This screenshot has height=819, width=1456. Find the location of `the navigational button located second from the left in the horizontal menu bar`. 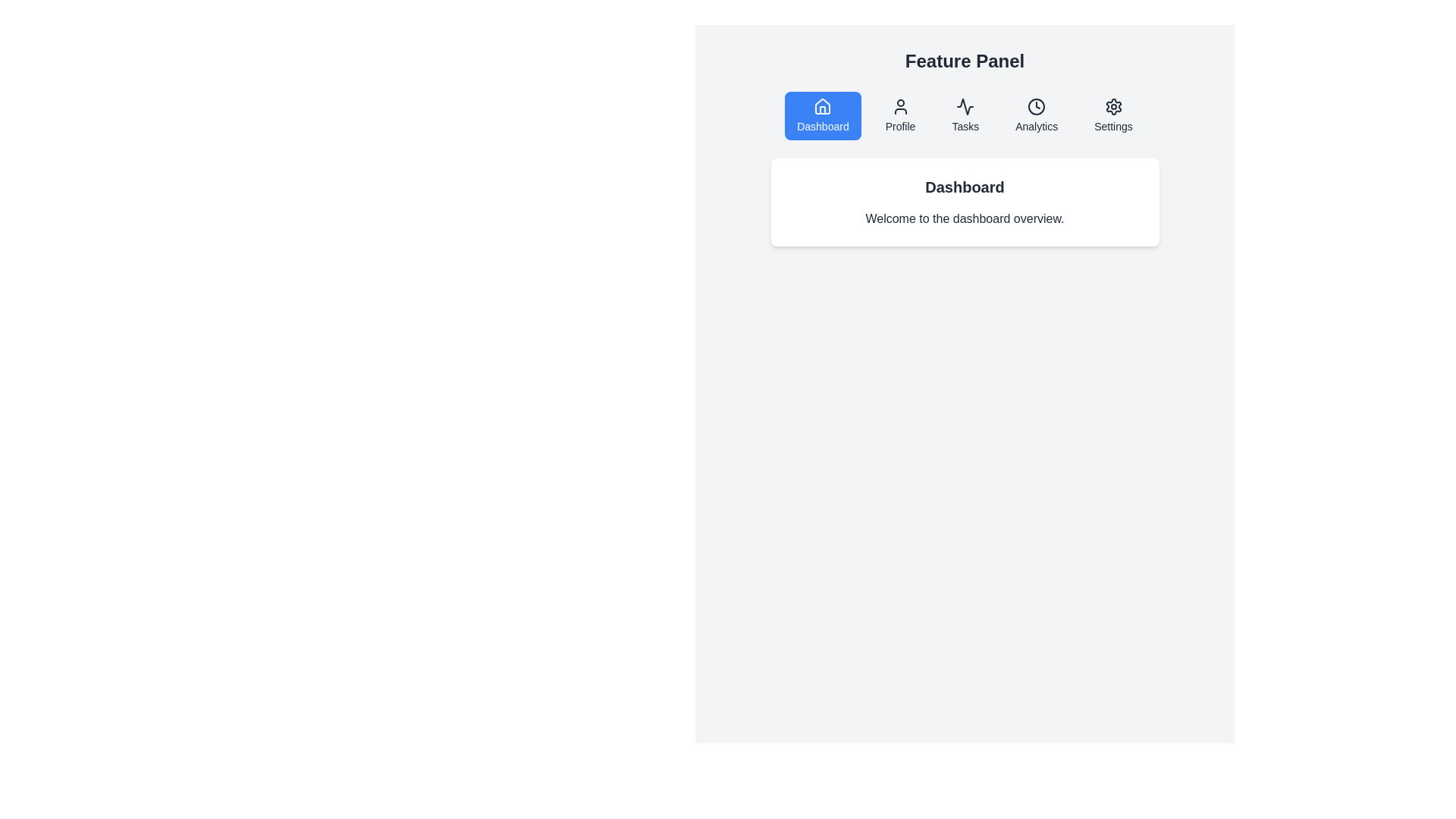

the navigational button located second from the left in the horizontal menu bar is located at coordinates (900, 115).